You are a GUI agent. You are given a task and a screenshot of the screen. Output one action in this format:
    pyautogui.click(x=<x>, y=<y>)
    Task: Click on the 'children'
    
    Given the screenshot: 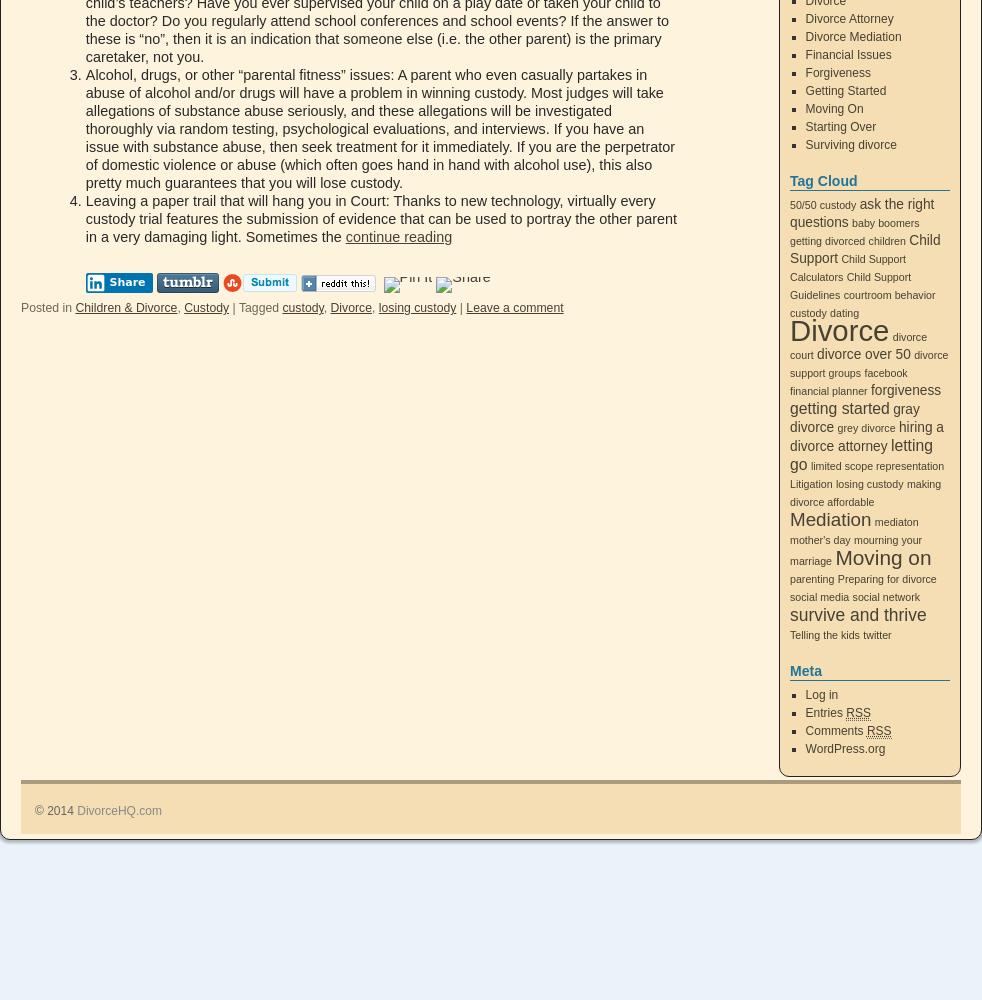 What is the action you would take?
    pyautogui.click(x=886, y=240)
    